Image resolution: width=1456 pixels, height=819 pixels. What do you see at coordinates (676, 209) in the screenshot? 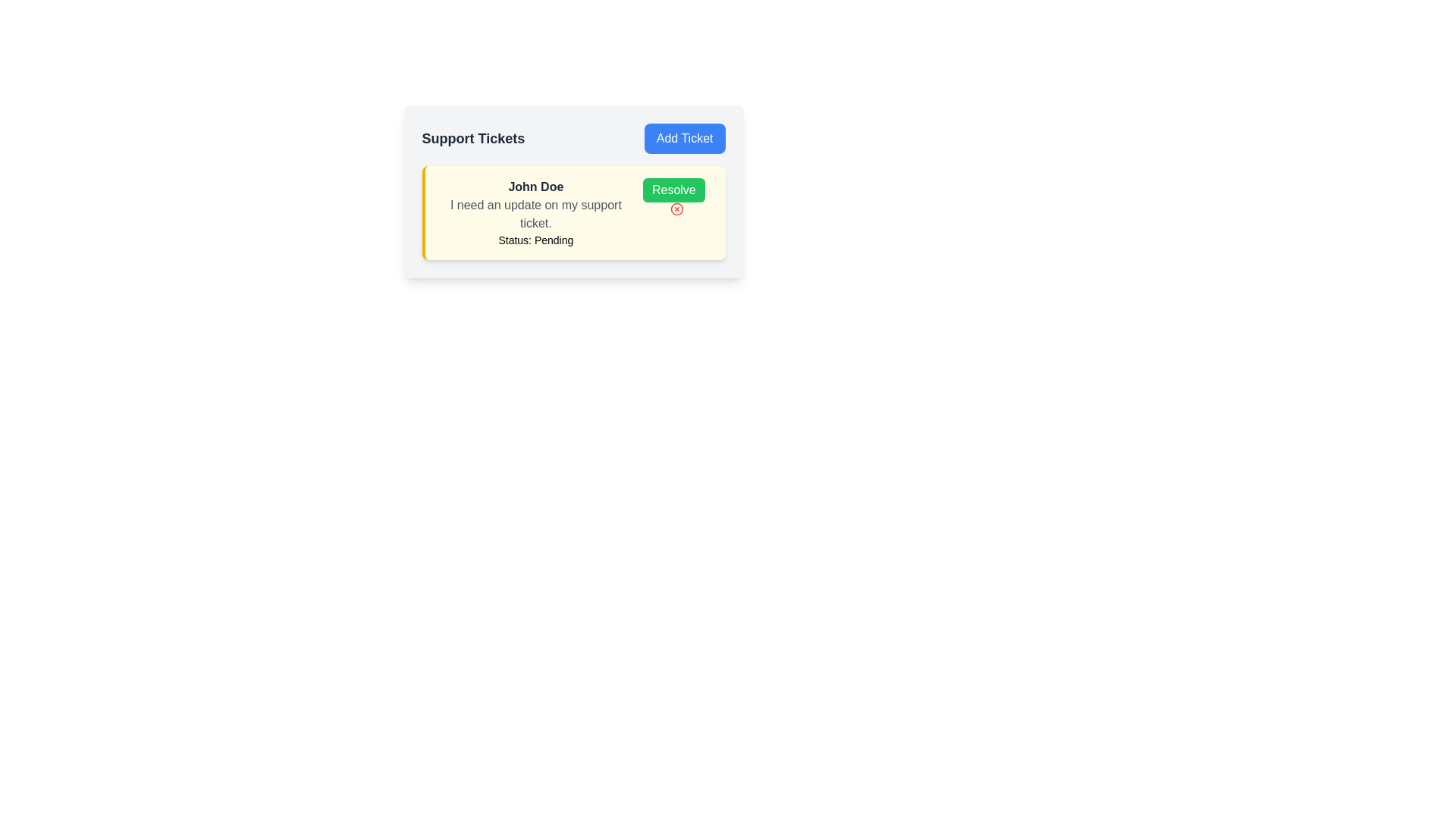
I see `the circular SVG icon indicating a 'close' or 'remove' action associated with the support ticket` at bounding box center [676, 209].